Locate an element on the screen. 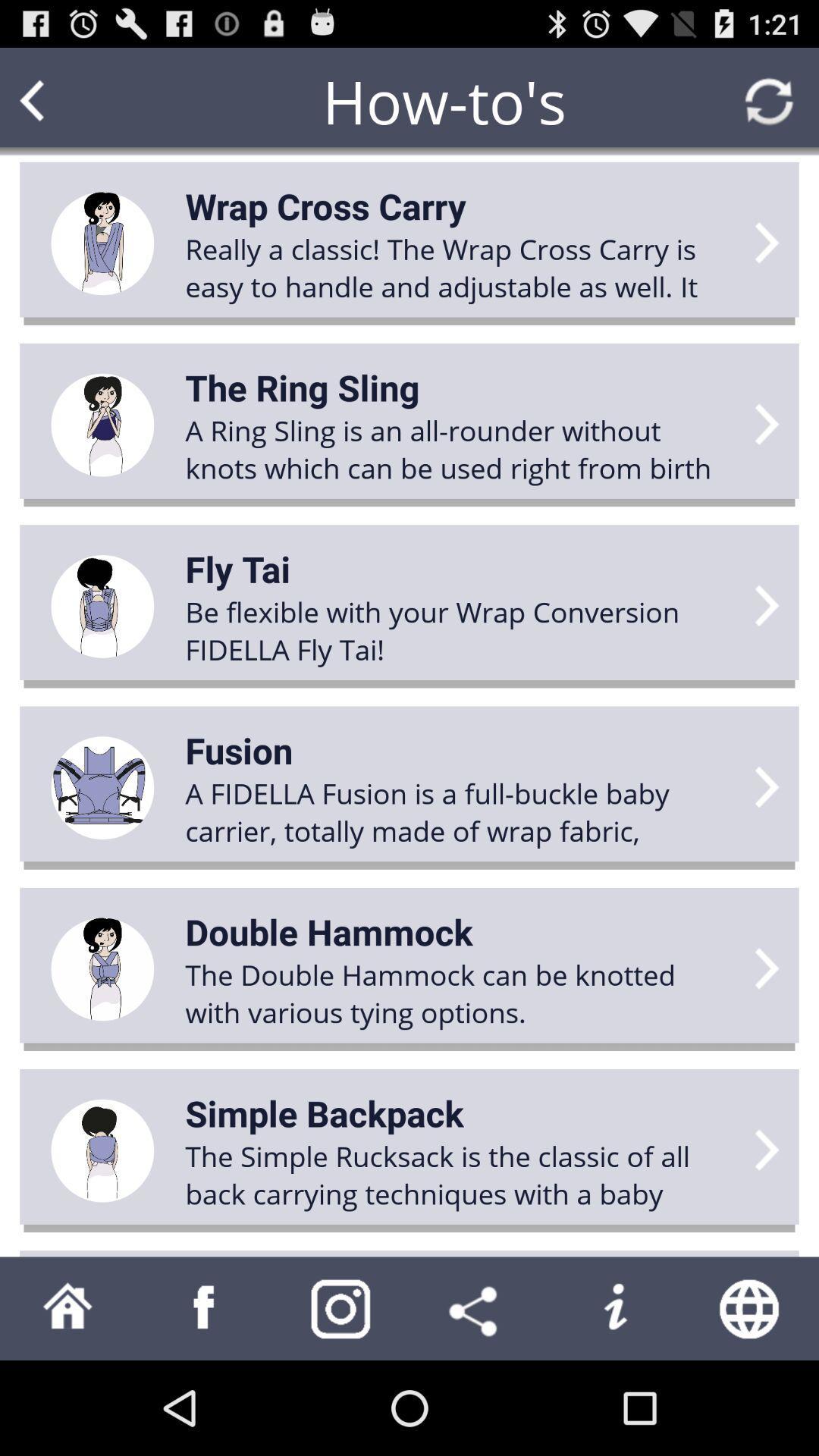  the app below the the simple rucksack is located at coordinates (476, 1307).